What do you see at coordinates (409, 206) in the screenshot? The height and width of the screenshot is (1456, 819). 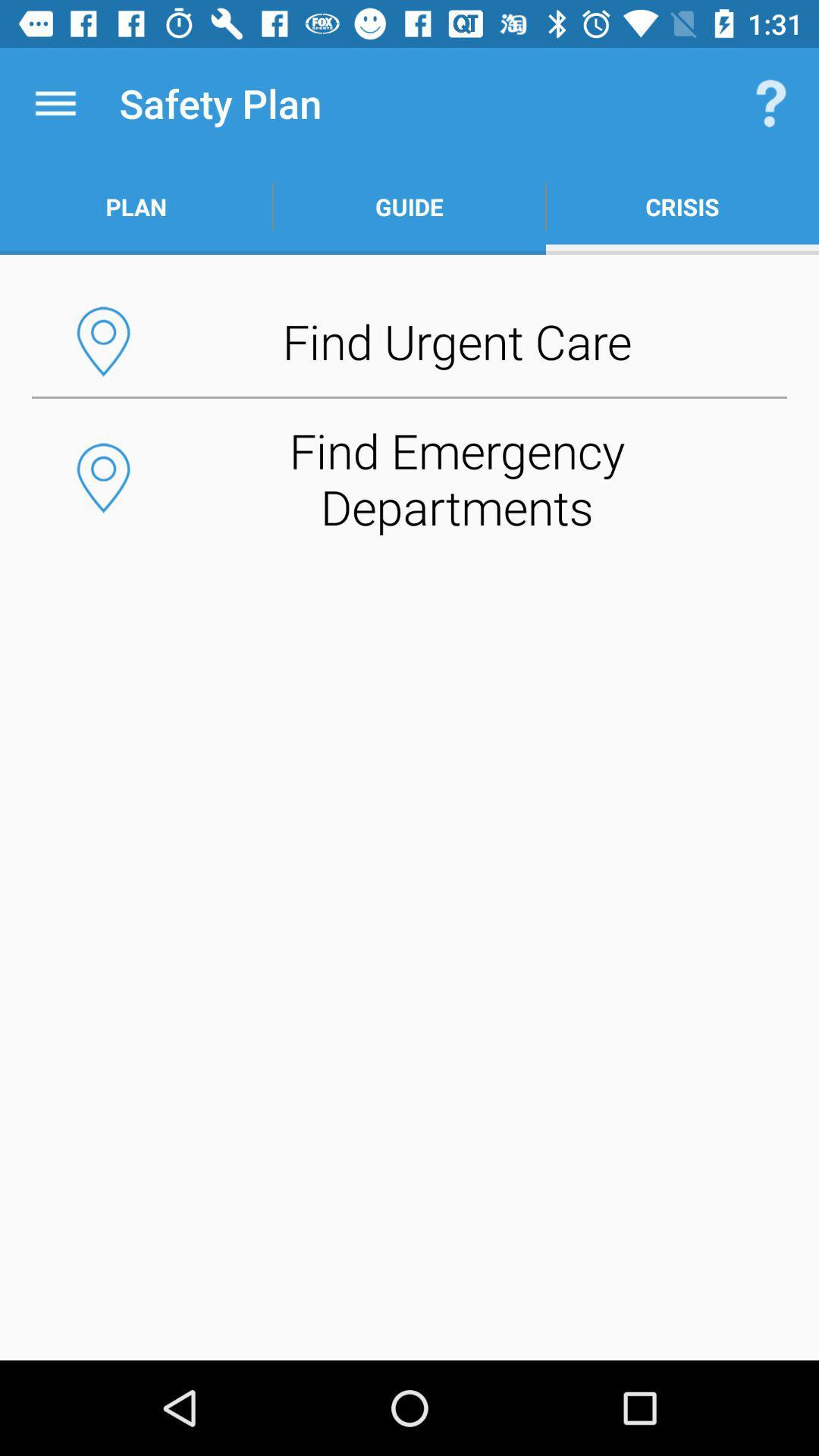 I see `the app to the left of the crisis item` at bounding box center [409, 206].